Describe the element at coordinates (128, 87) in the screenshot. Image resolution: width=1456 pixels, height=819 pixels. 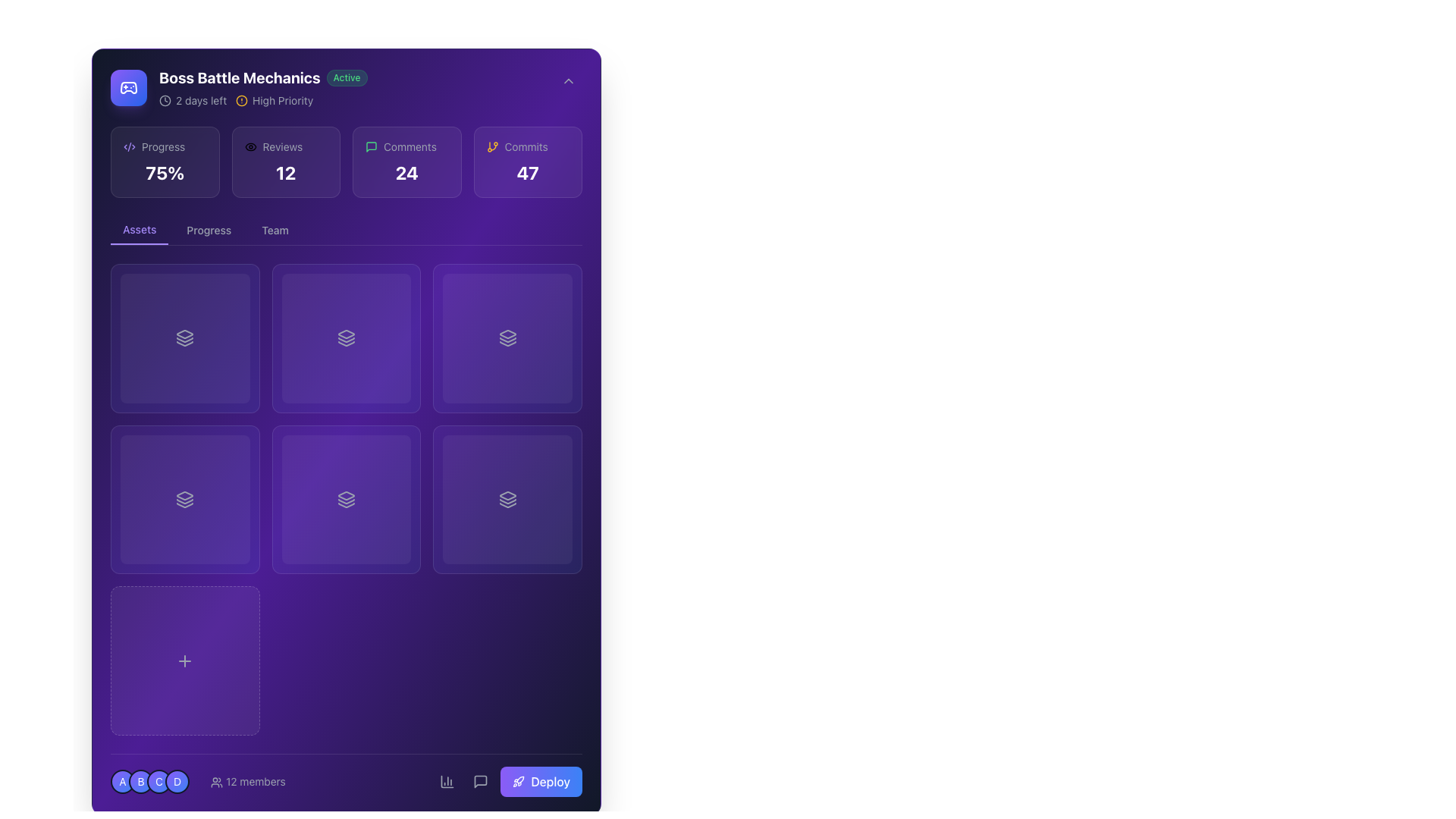
I see `the visual appearance of the decorative icon located to the left of the 'Boss Battle Mechanics' title in the header bar` at that location.